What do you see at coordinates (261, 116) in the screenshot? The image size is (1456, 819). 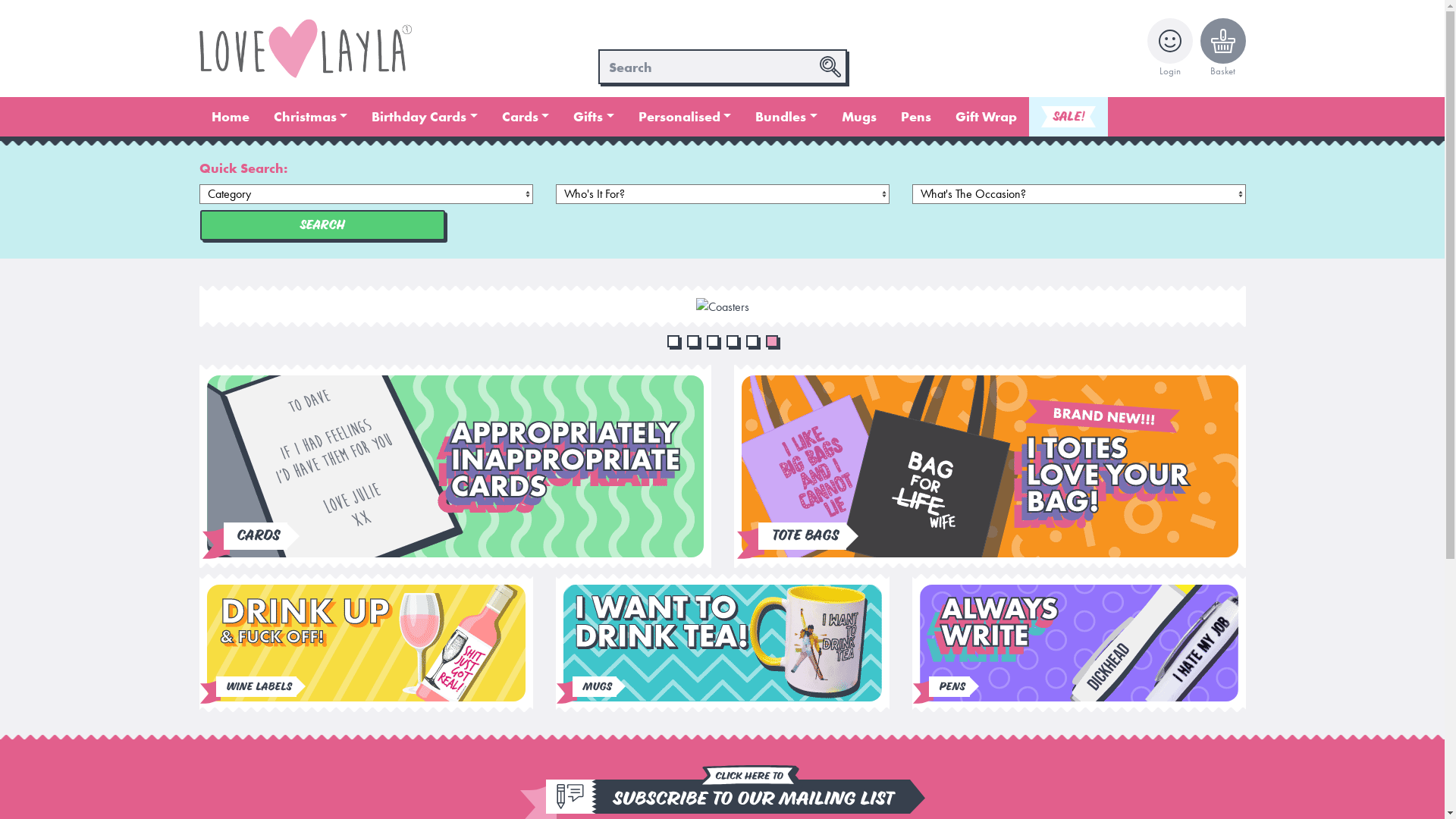 I see `'Christmas'` at bounding box center [261, 116].